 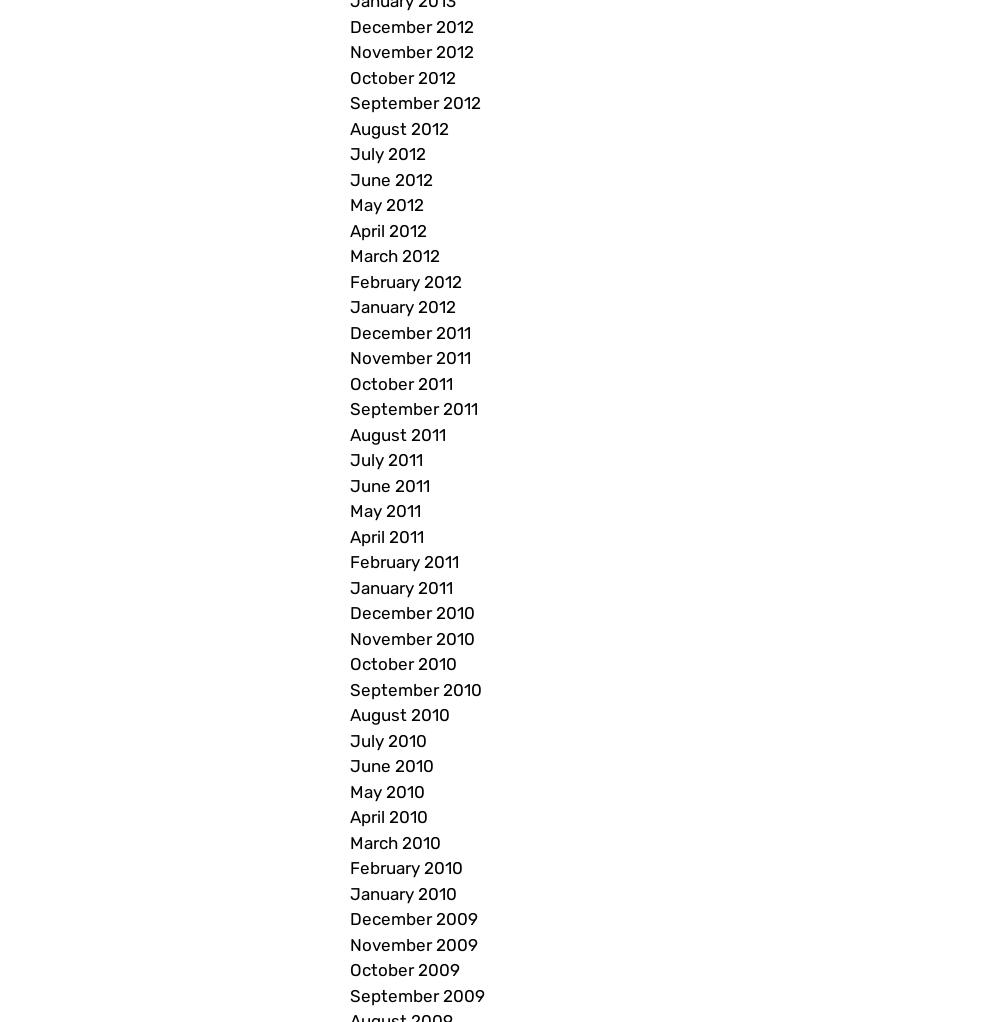 I want to click on 'March 2012', so click(x=349, y=256).